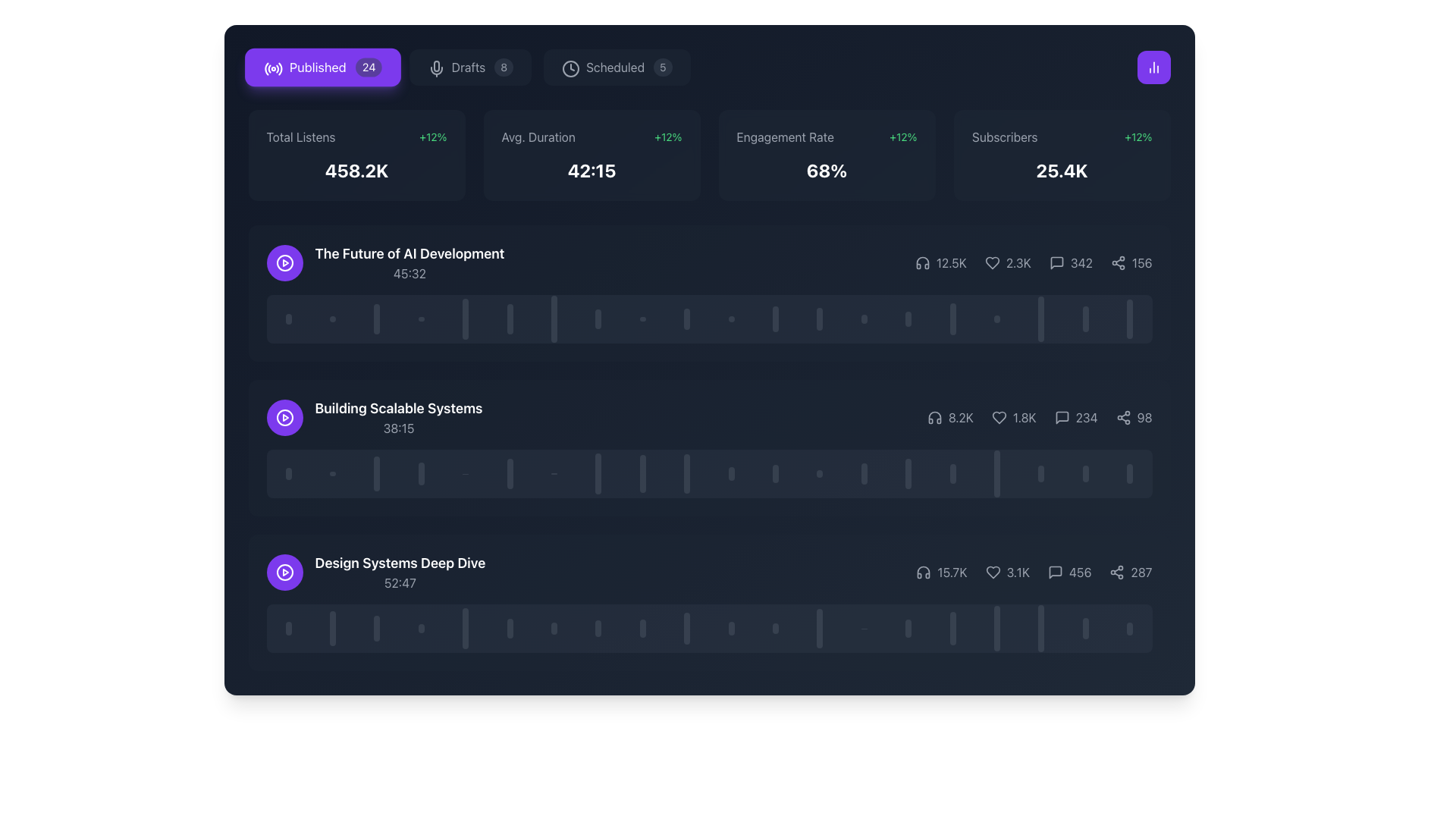  I want to click on the 'like' icon located in the statistics section of a podcast entry, which indicates user engagement and is positioned to the left of the likes count '2.3K', so click(992, 262).